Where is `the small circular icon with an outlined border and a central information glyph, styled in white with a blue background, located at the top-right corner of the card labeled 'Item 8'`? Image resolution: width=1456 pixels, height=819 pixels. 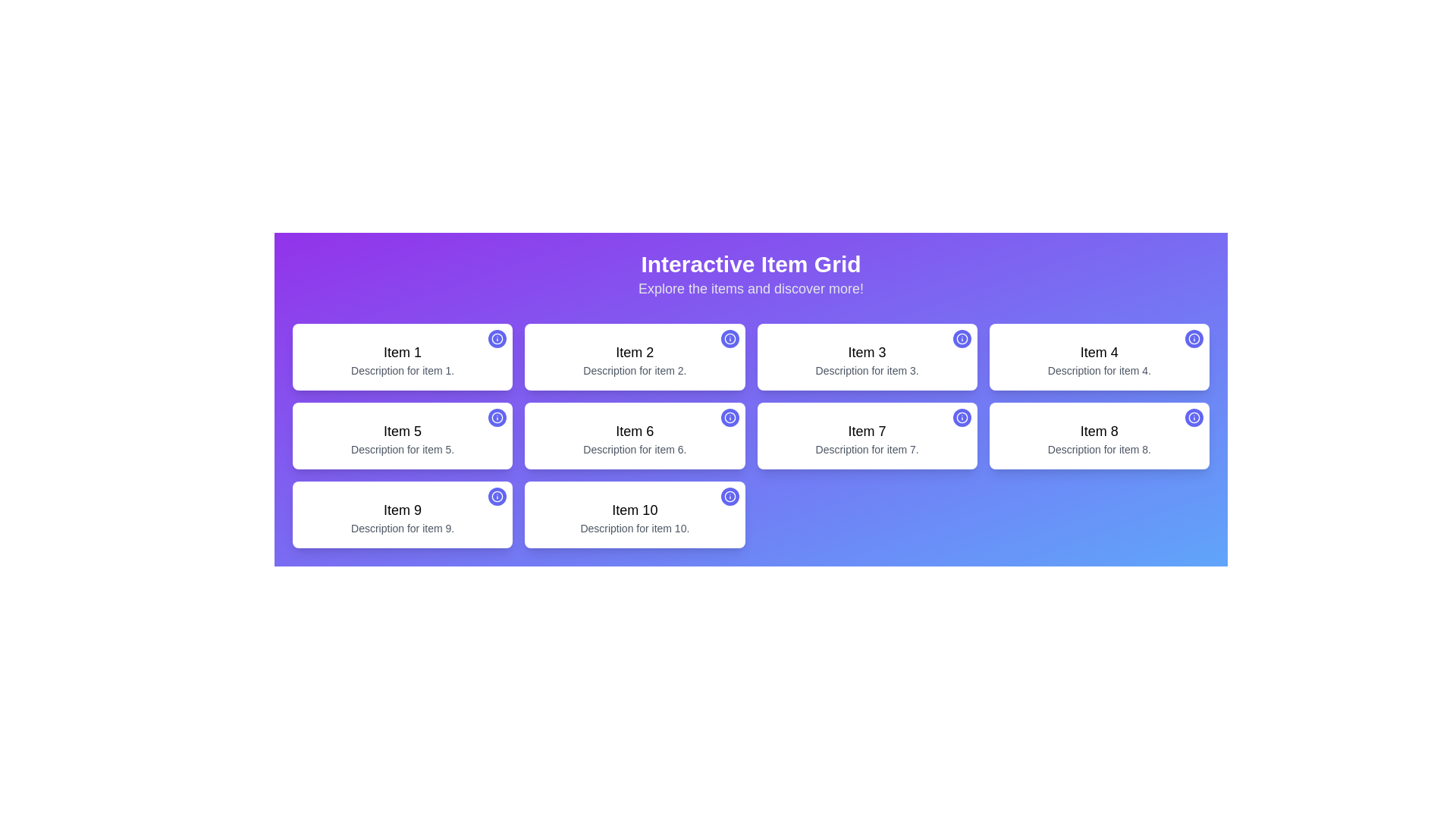 the small circular icon with an outlined border and a central information glyph, styled in white with a blue background, located at the top-right corner of the card labeled 'Item 8' is located at coordinates (1193, 418).